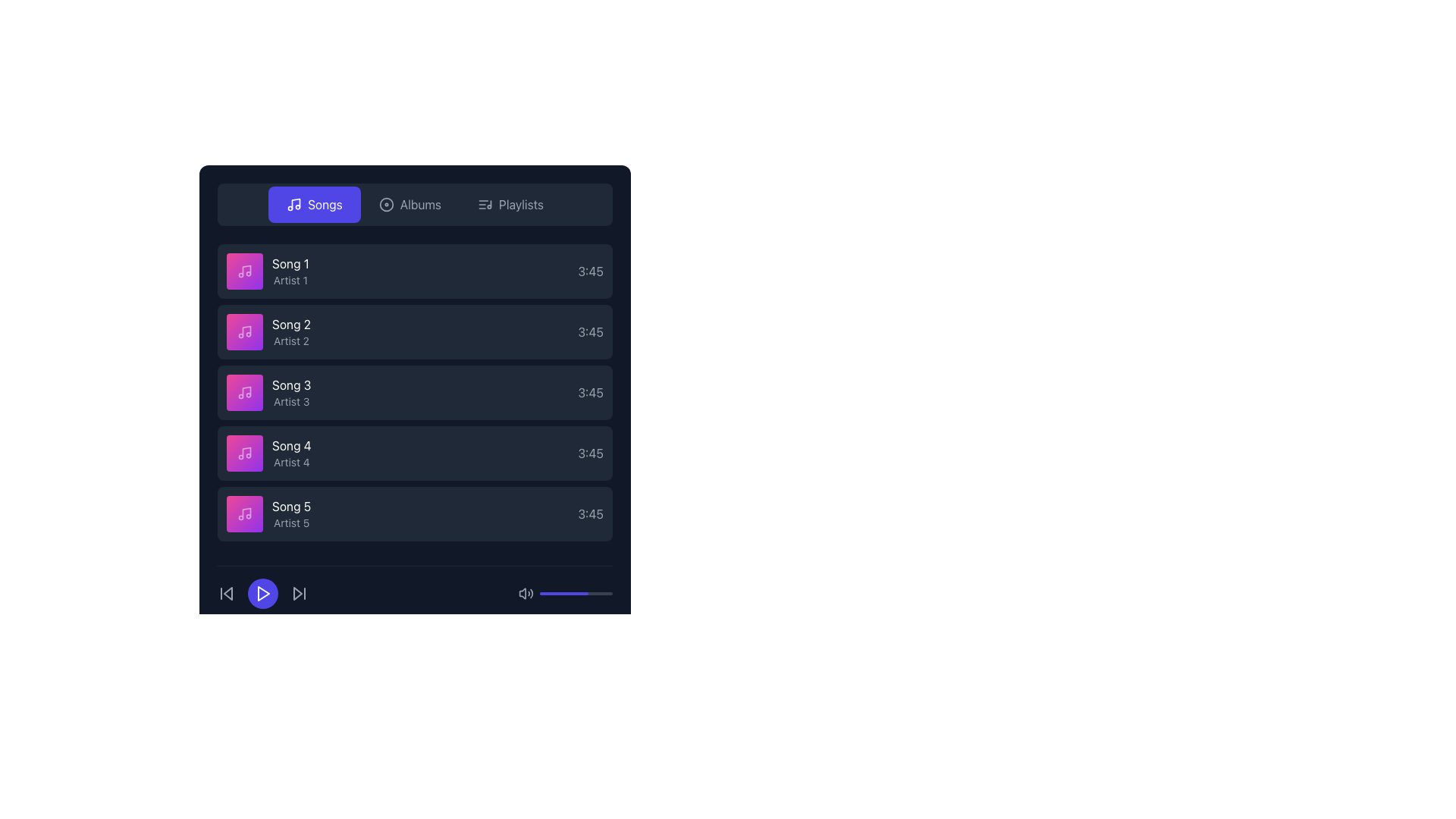 The height and width of the screenshot is (819, 1456). What do you see at coordinates (291, 513) in the screenshot?
I see `the text label displaying 'Song 5' by 'Artist 5' to focus or select it` at bounding box center [291, 513].